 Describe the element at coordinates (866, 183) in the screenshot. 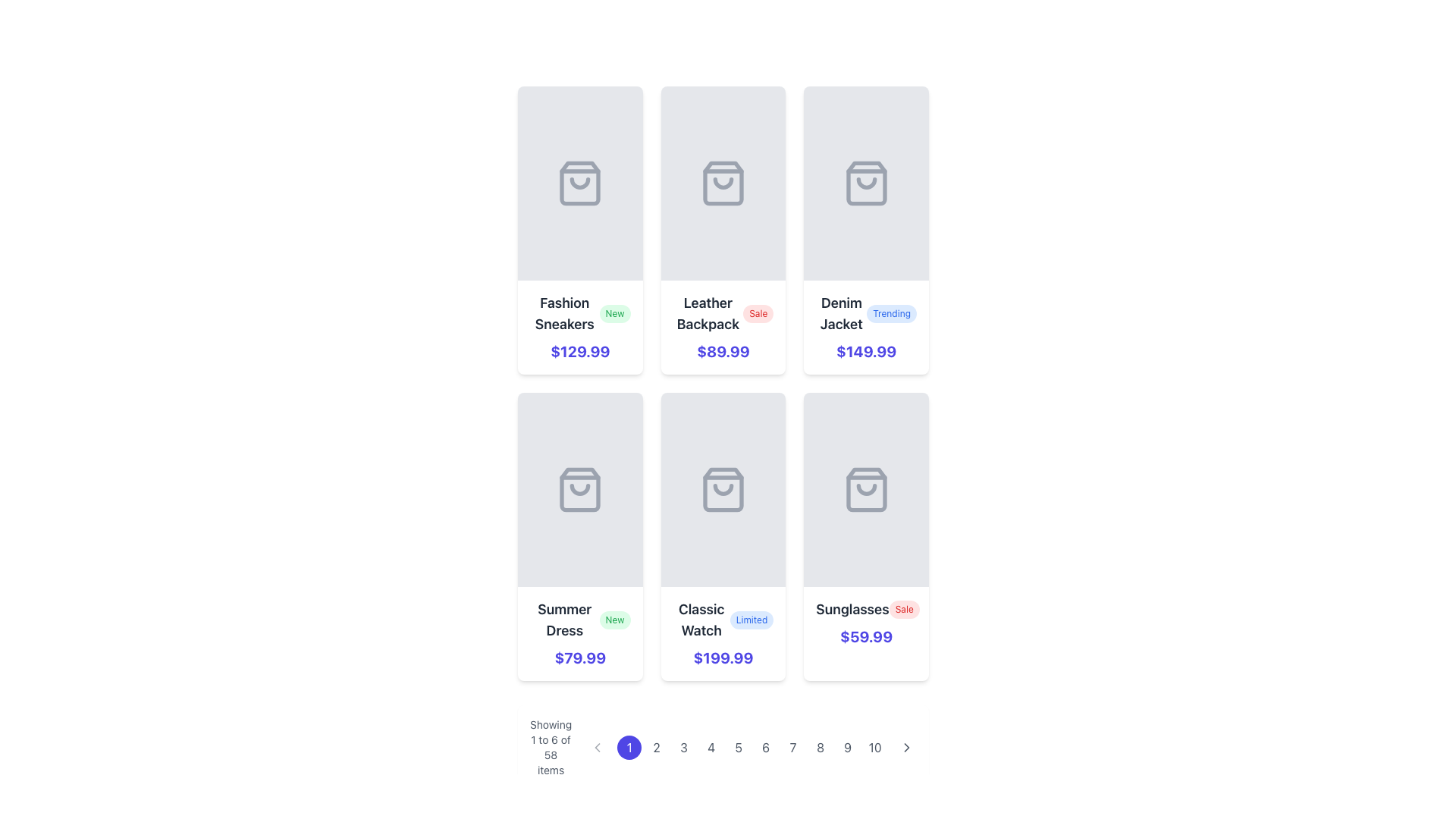

I see `the graphical icon resembling a shopping bag located in the top-middle card of the grid, which is titled 'Denim Jacket.'` at that location.